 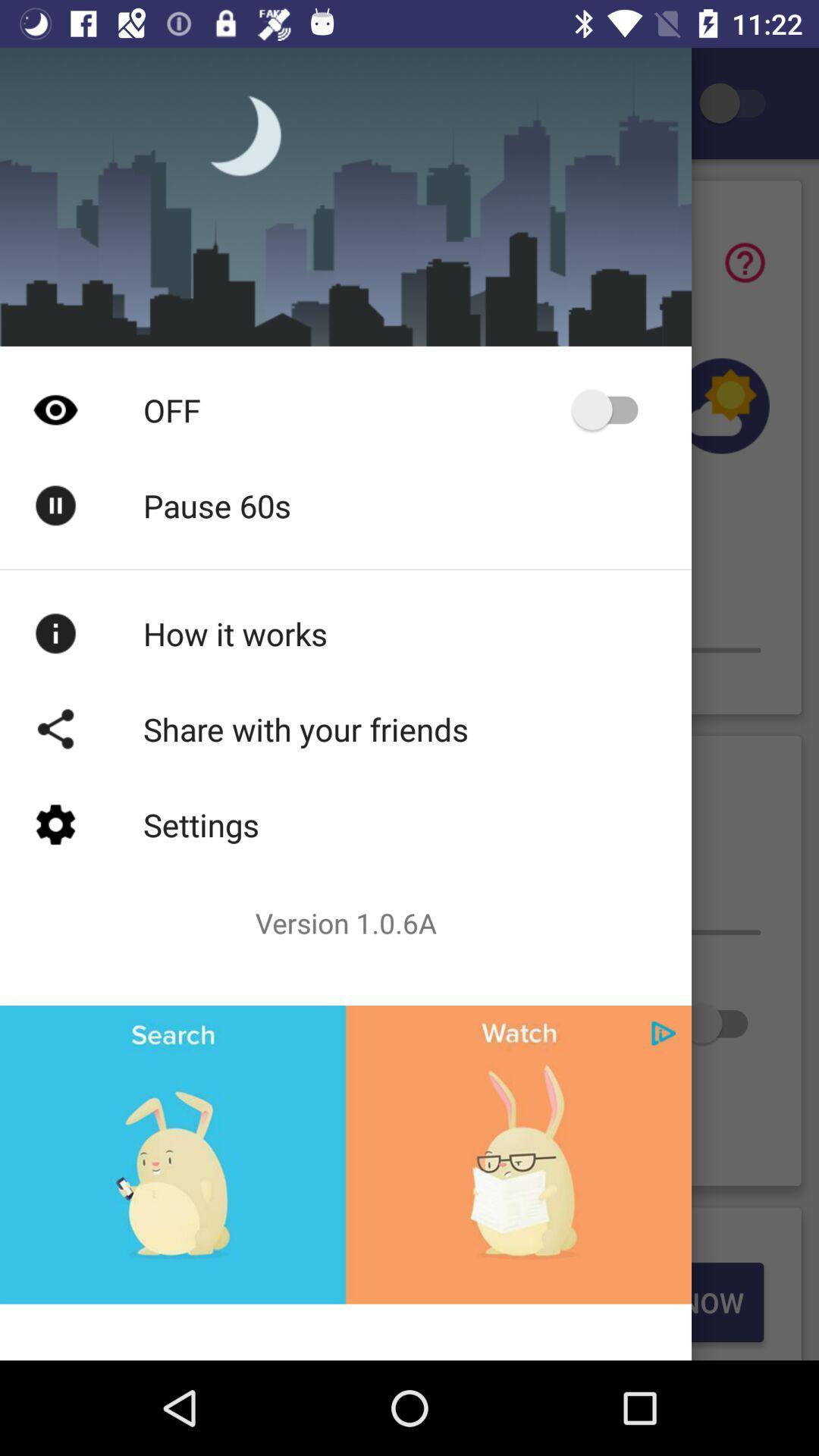 What do you see at coordinates (744, 262) in the screenshot?
I see `ask` at bounding box center [744, 262].